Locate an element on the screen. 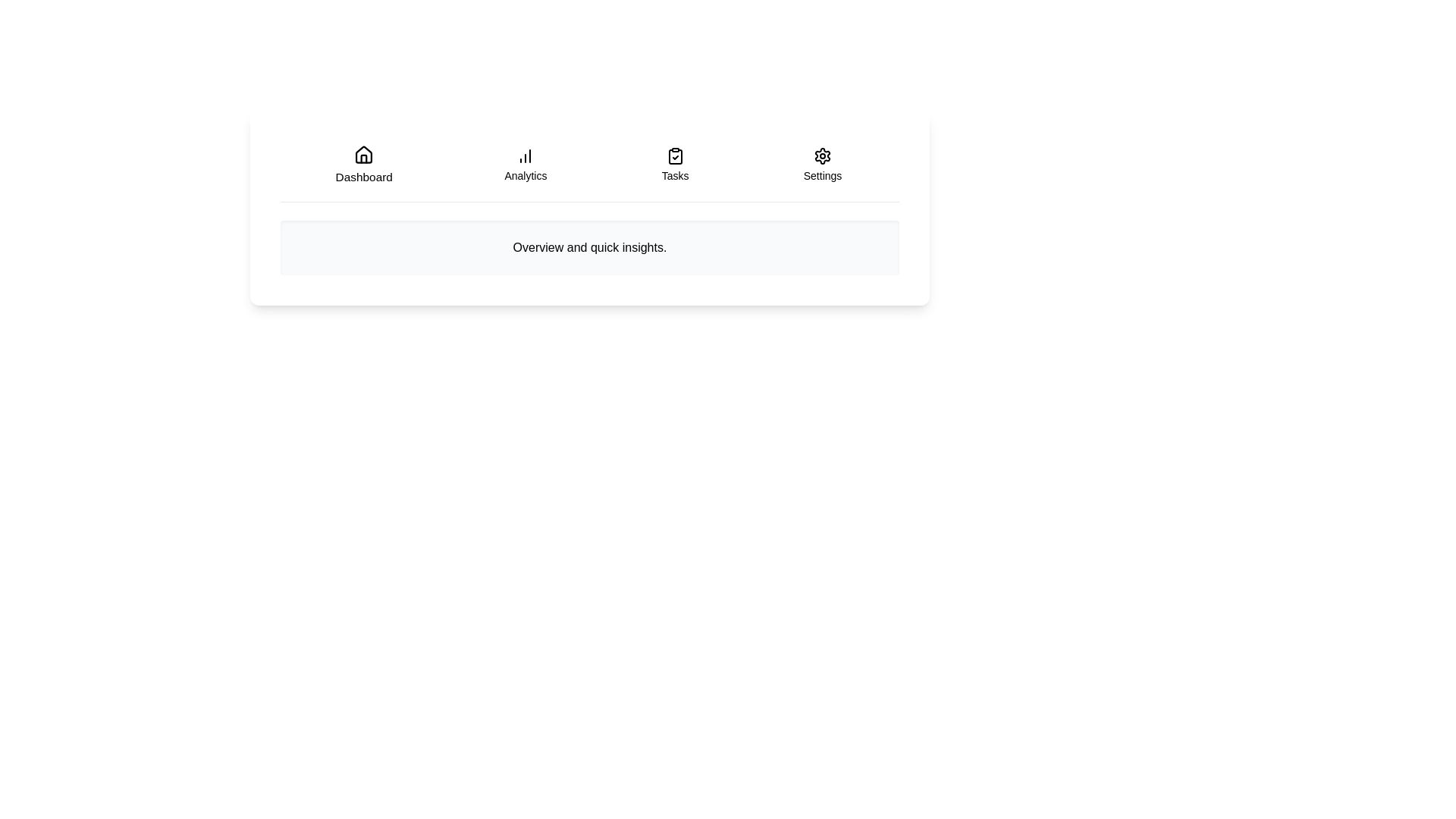  the 'Tasks' icon button in the navigation bar is located at coordinates (674, 155).